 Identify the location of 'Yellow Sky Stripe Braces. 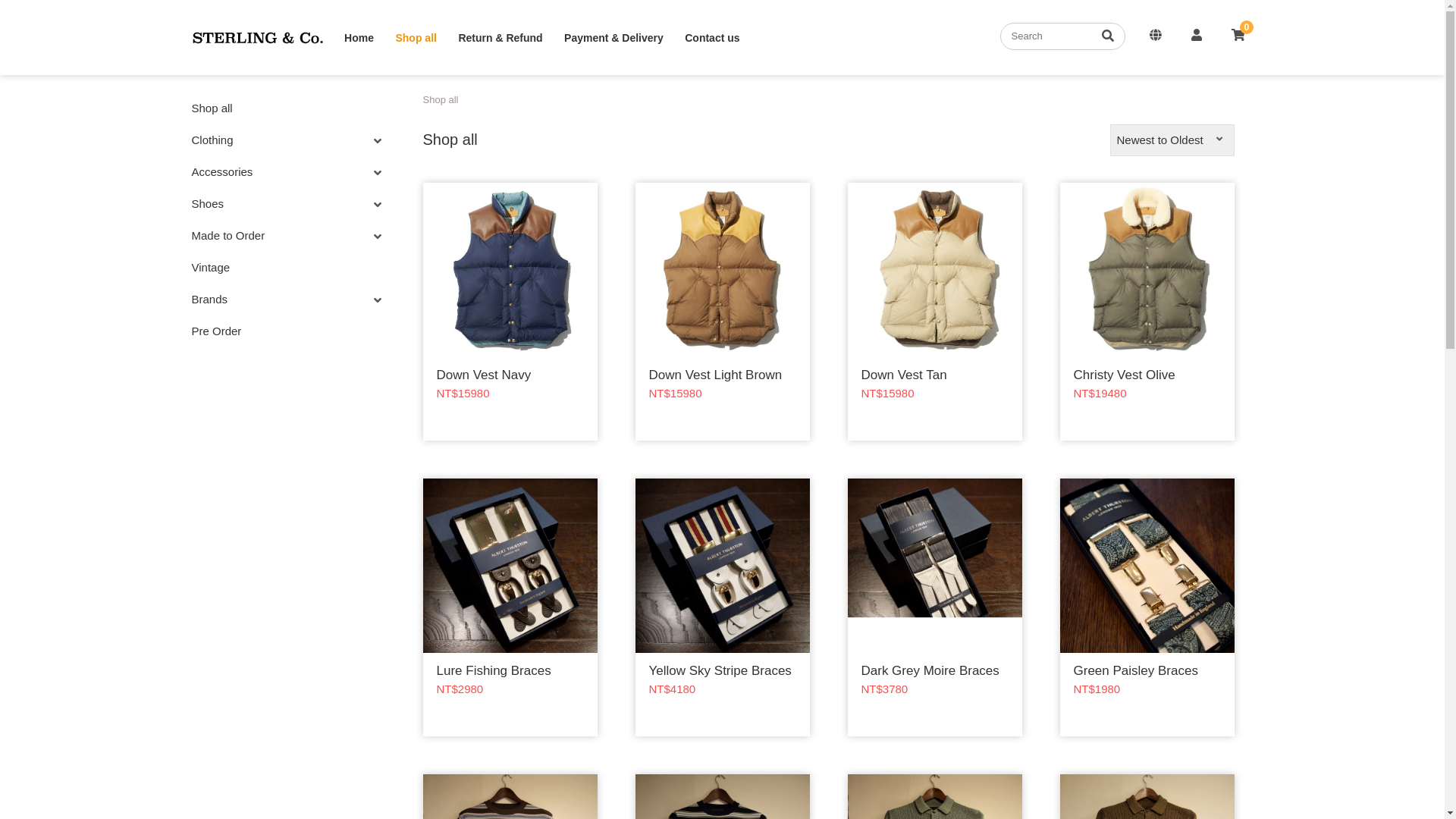
(722, 607).